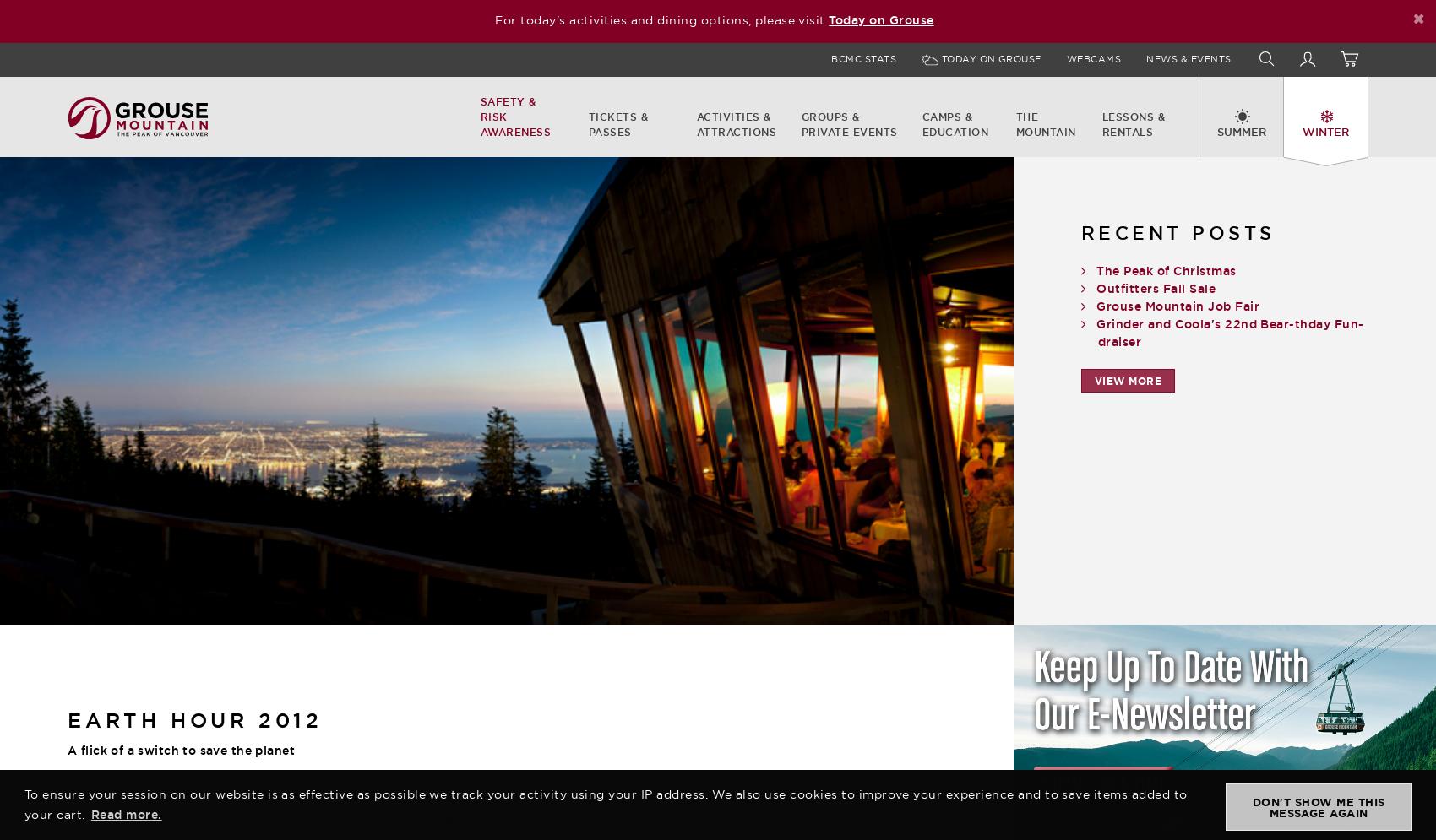  I want to click on 'Camps & Education', so click(955, 123).